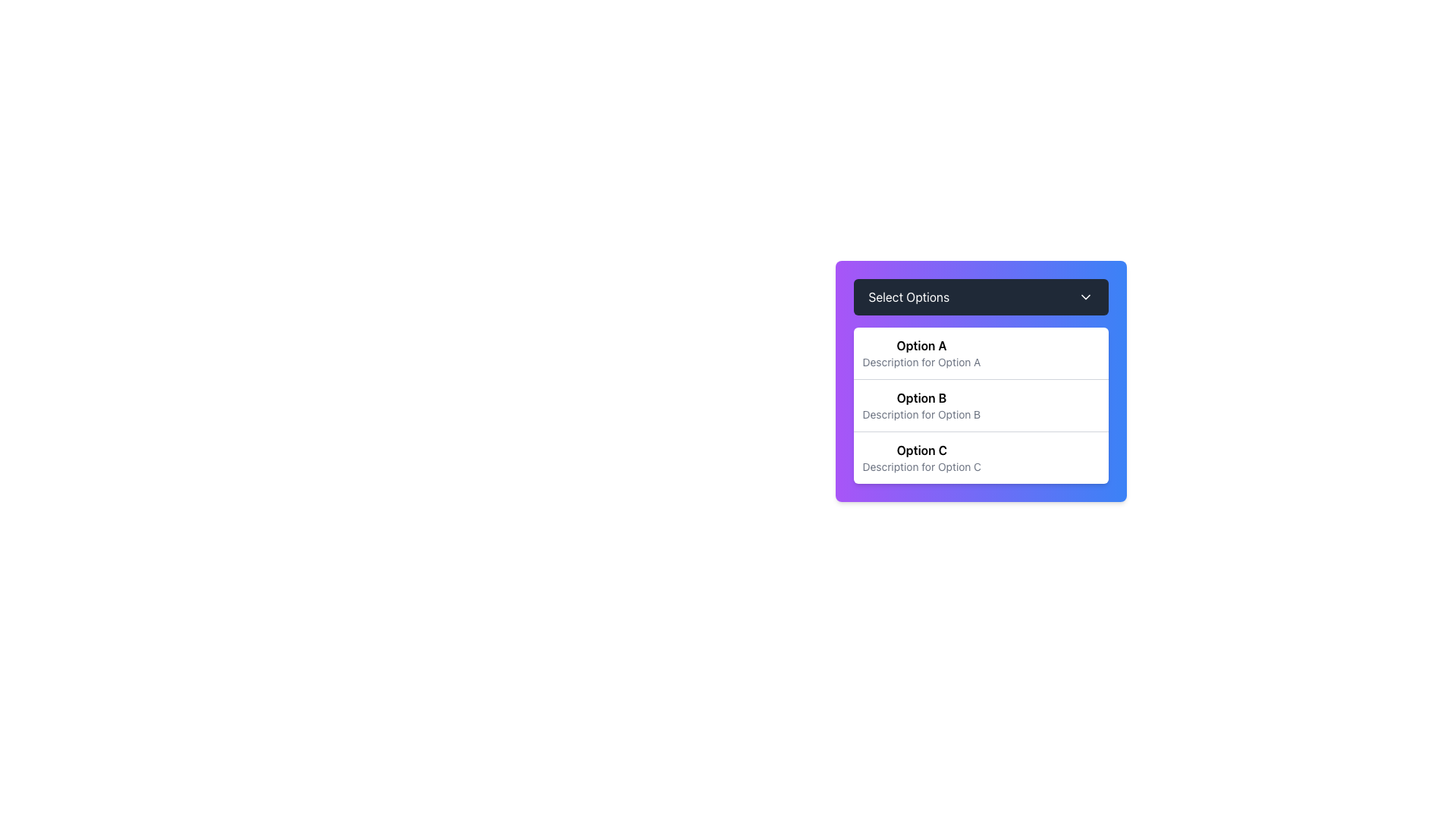 Image resolution: width=1456 pixels, height=819 pixels. I want to click on the informational text that provides supplementary information for 'Option C' in the dropdown menu, located immediately below the 'Option C' label, so click(921, 466).